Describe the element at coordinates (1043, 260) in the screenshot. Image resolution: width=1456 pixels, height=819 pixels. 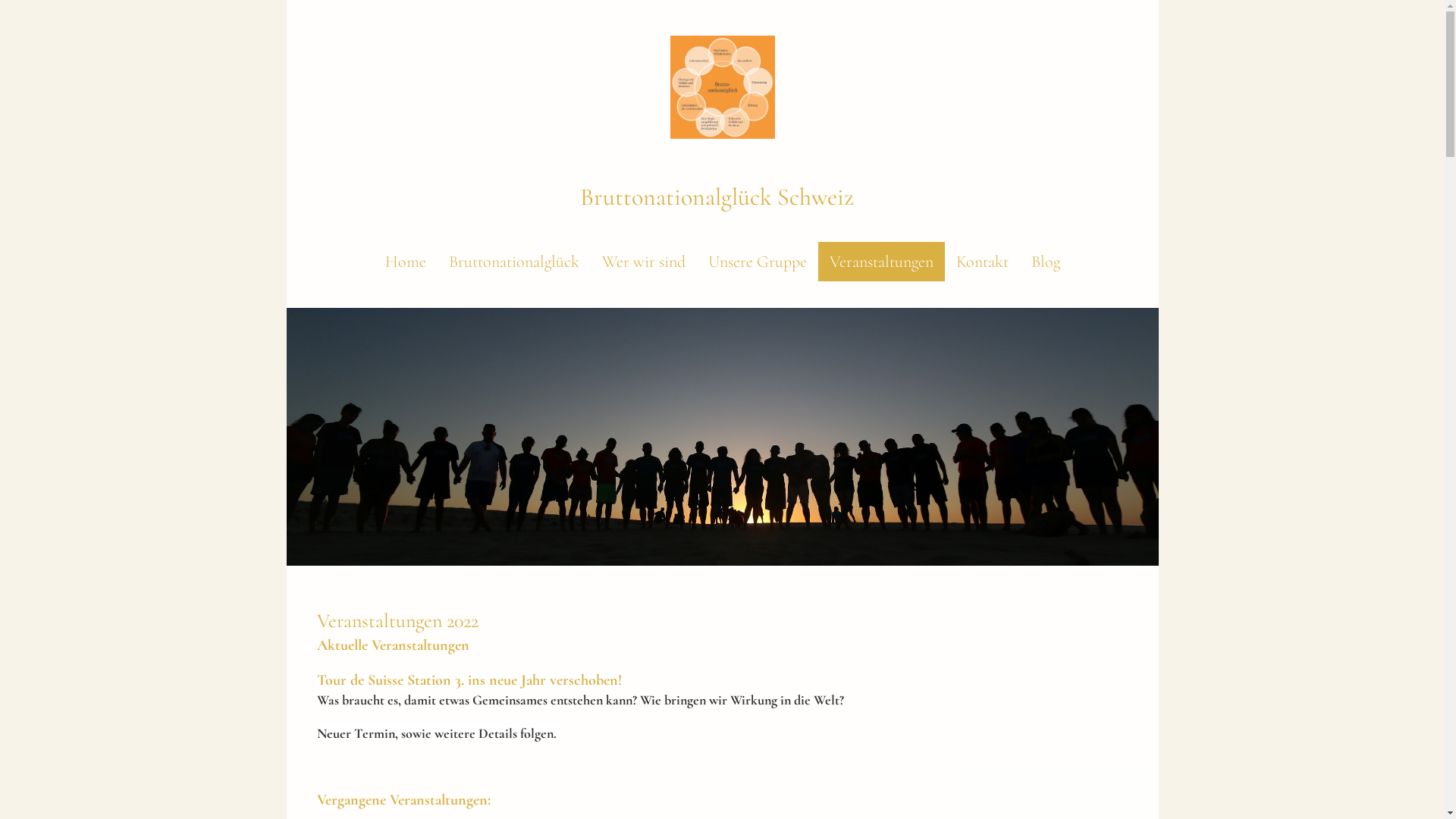
I see `'Blog'` at that location.